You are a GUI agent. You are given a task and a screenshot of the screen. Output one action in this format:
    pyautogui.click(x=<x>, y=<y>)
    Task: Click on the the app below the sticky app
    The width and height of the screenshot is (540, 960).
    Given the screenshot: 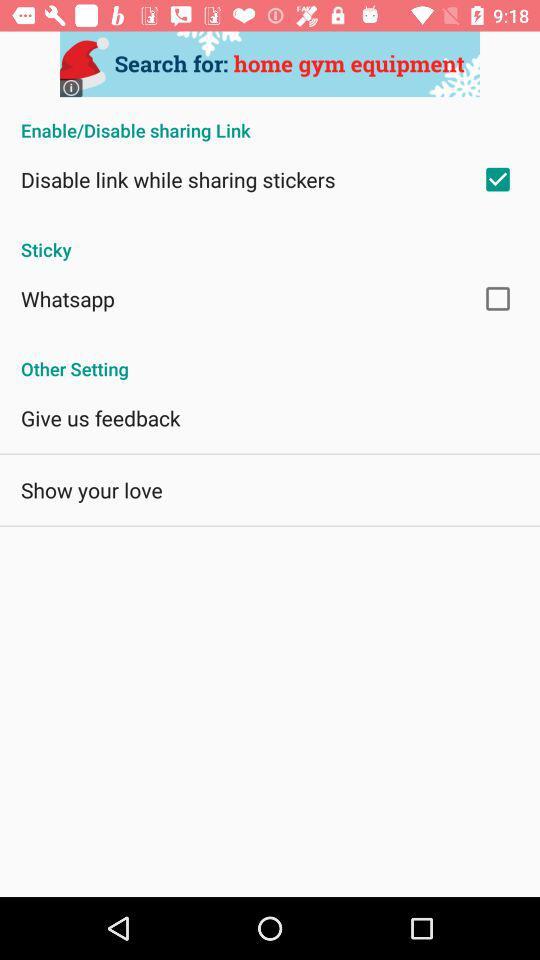 What is the action you would take?
    pyautogui.click(x=67, y=297)
    